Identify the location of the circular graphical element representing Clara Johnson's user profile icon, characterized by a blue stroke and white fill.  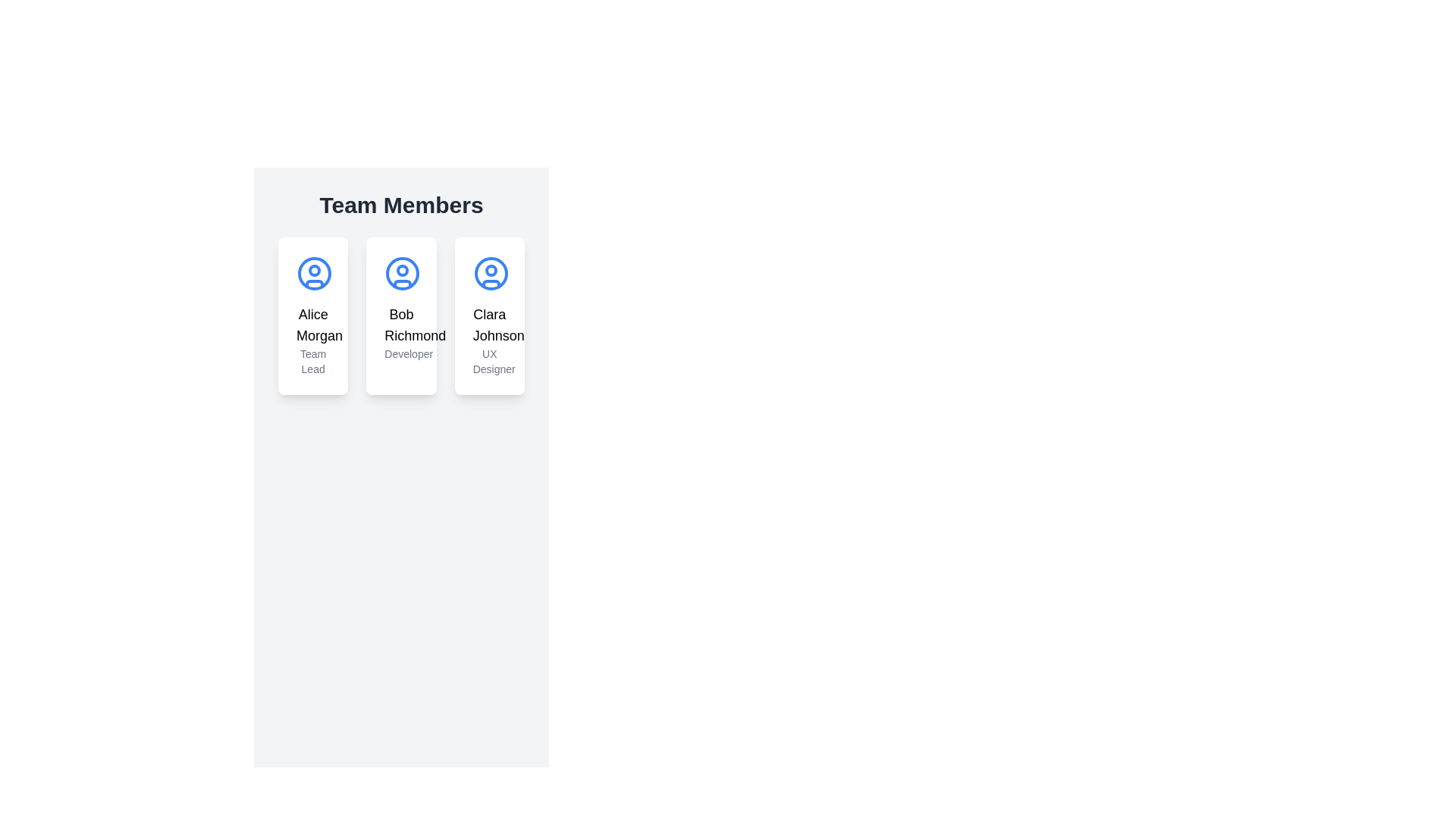
(491, 274).